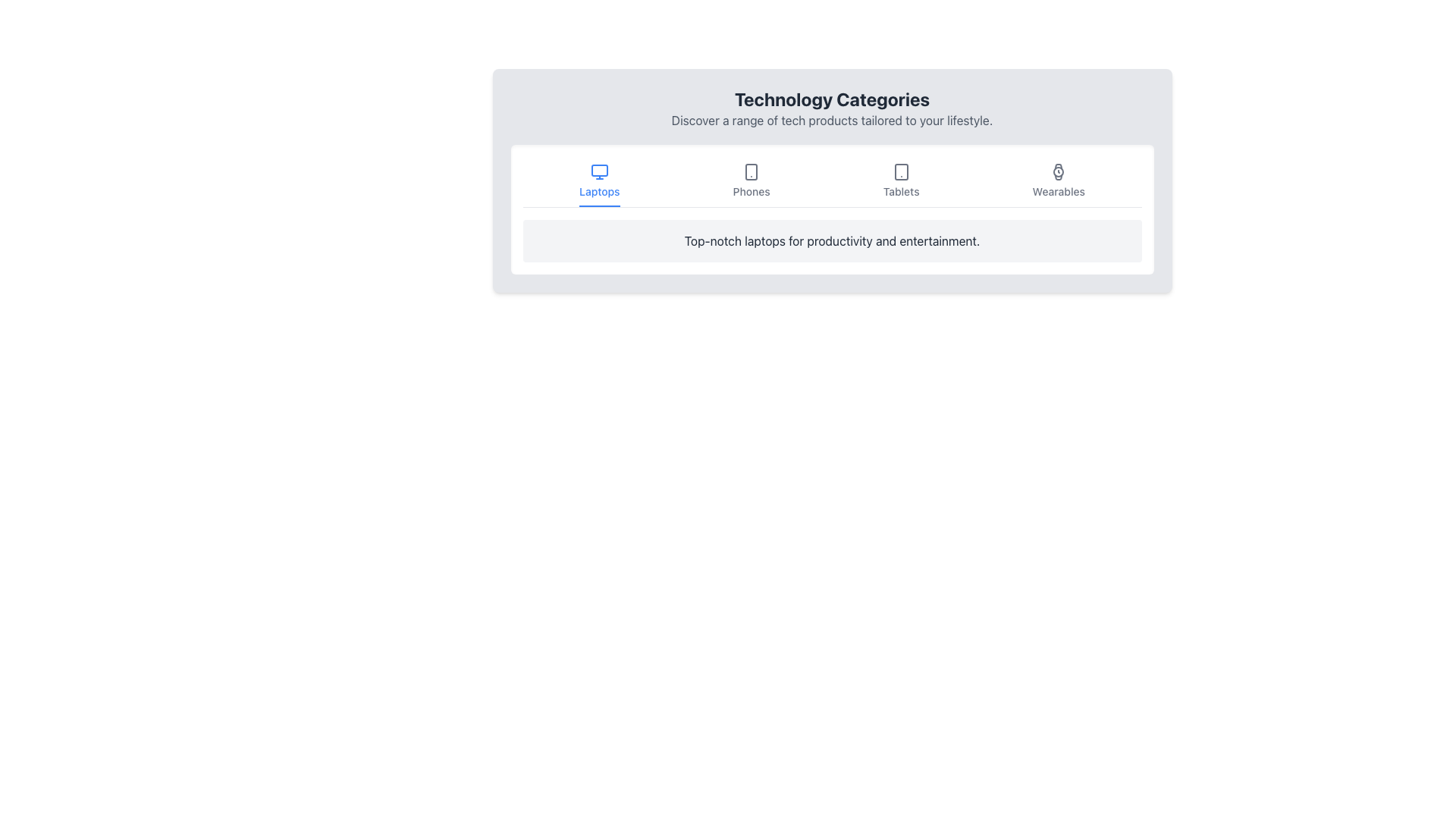 This screenshot has width=1456, height=819. Describe the element at coordinates (831, 99) in the screenshot. I see `the header element that serves as the title for the section, positioned above the supplementary text 'Discover a range of tech products tailored to your lifestyle.'` at that location.